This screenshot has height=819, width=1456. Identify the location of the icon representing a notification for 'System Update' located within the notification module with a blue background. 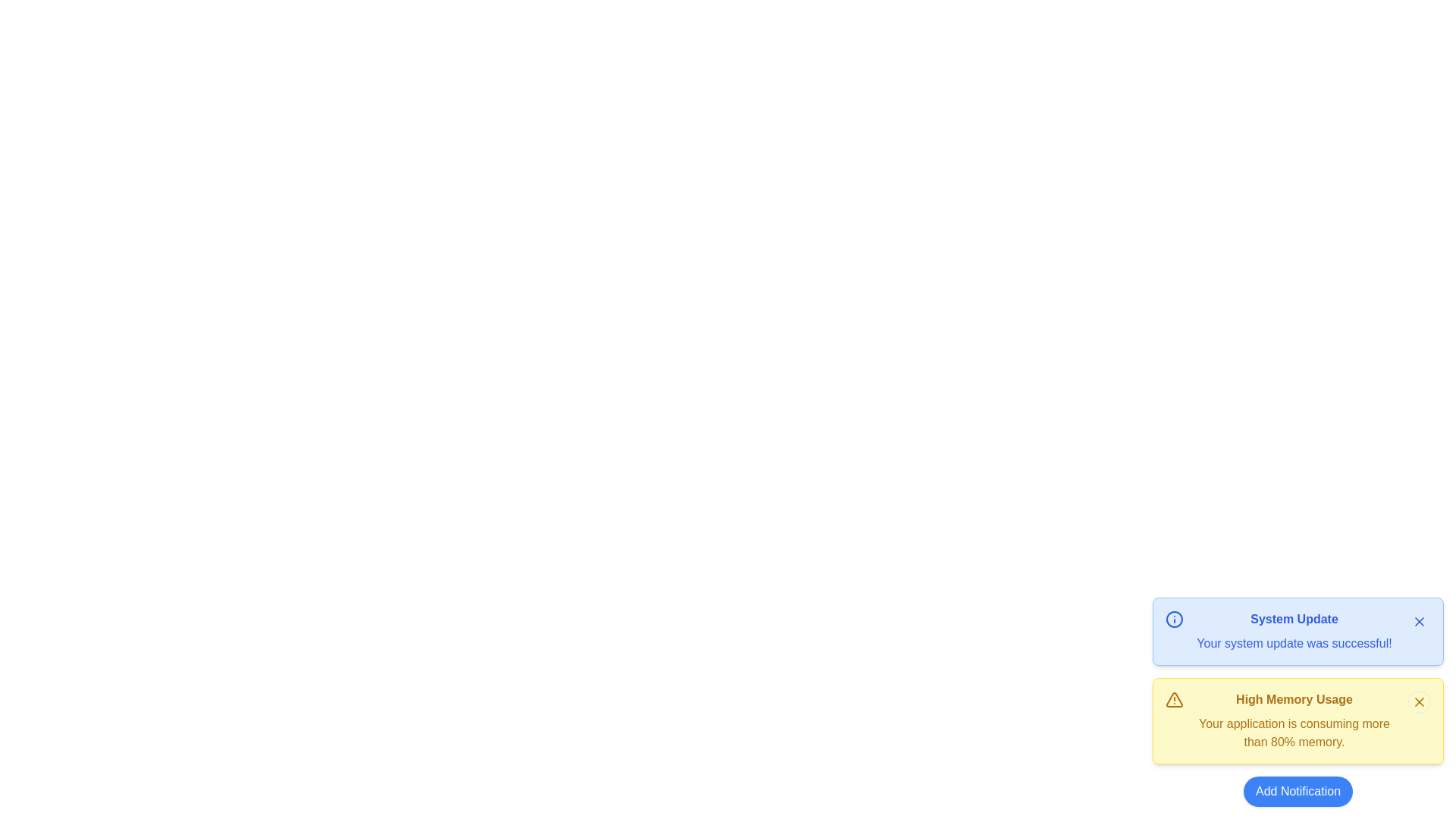
(1174, 620).